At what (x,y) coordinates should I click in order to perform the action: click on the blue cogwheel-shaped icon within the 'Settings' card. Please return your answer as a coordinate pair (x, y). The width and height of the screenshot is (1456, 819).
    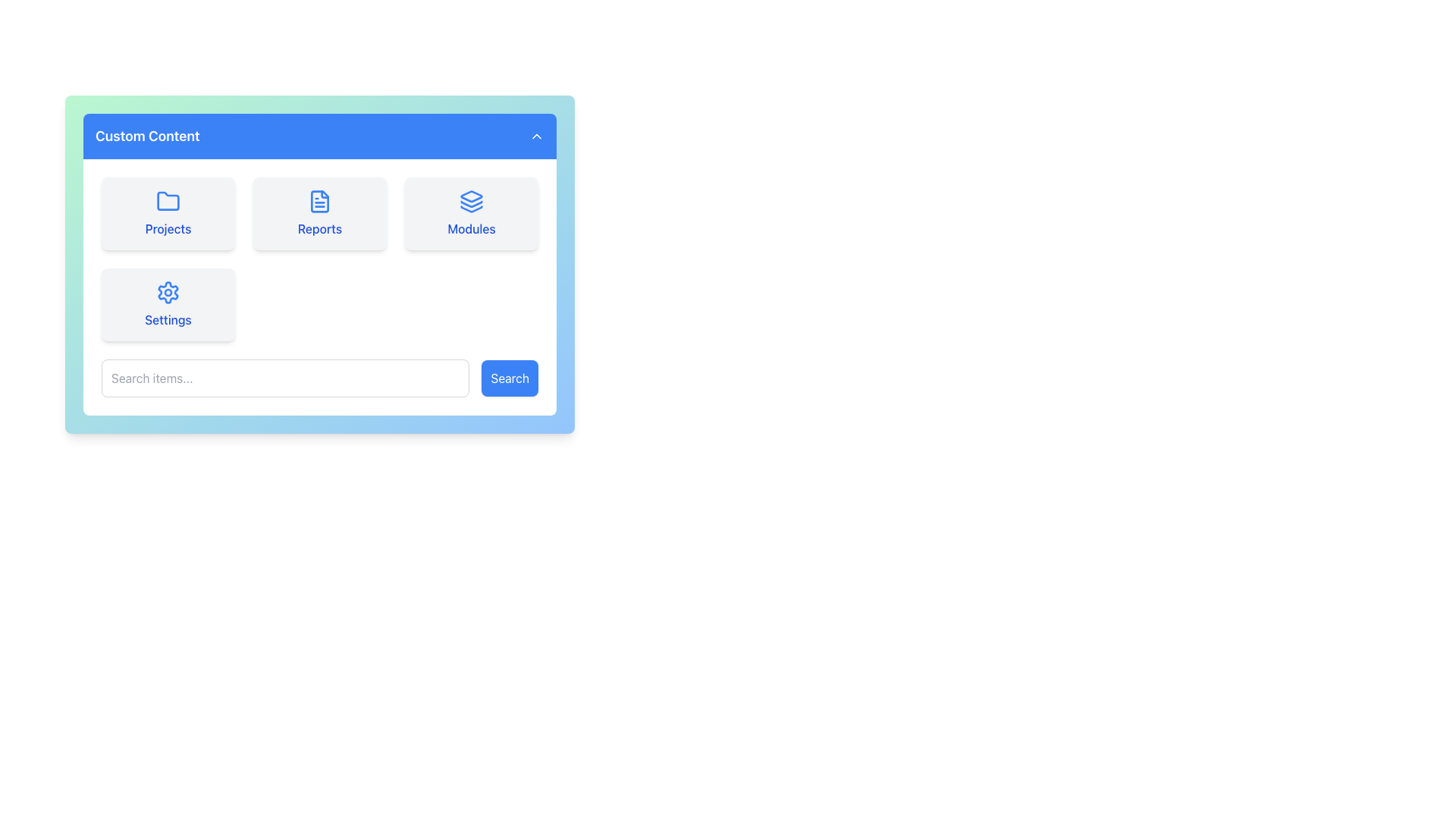
    Looking at the image, I should click on (168, 292).